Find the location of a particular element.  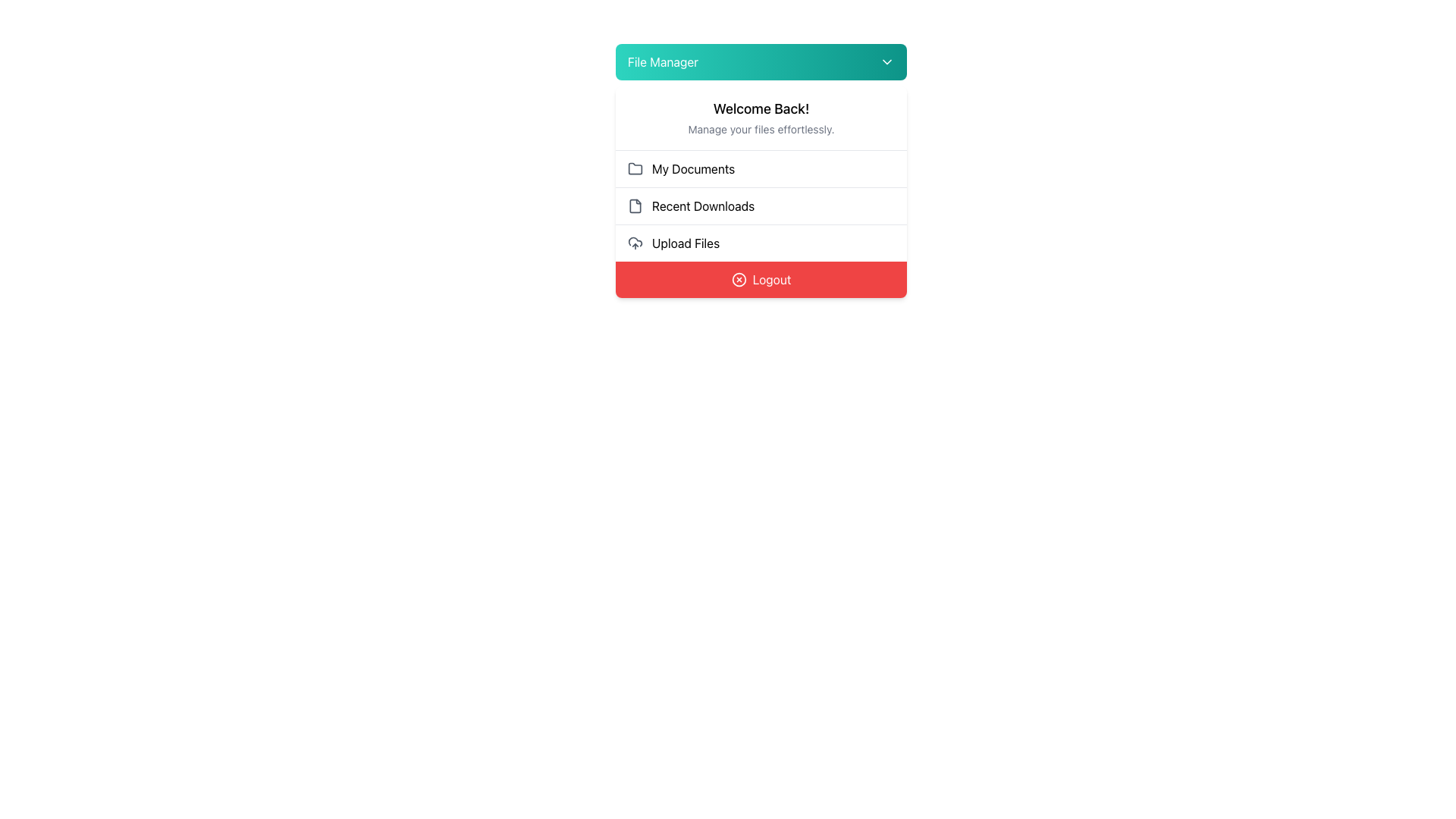

the SVG Circle element which is part of the notification or close button icon, located within the Logout button at the bottom of the user interface panel is located at coordinates (739, 280).